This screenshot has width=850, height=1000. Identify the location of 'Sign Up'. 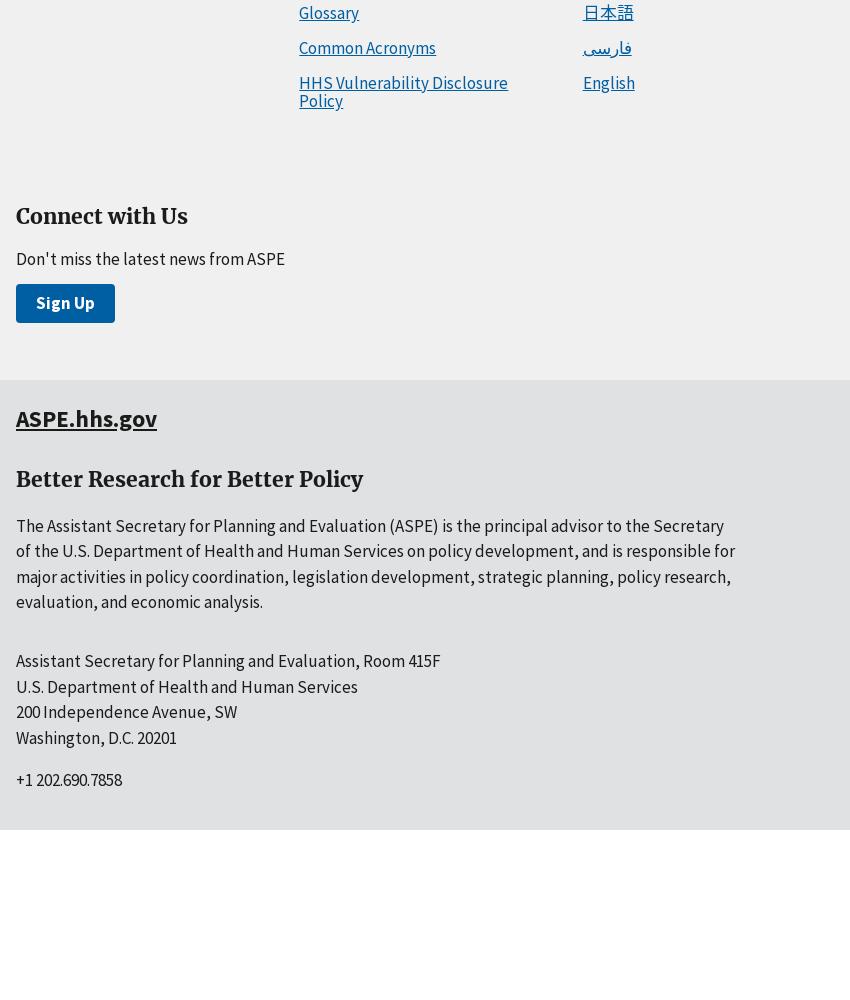
(65, 302).